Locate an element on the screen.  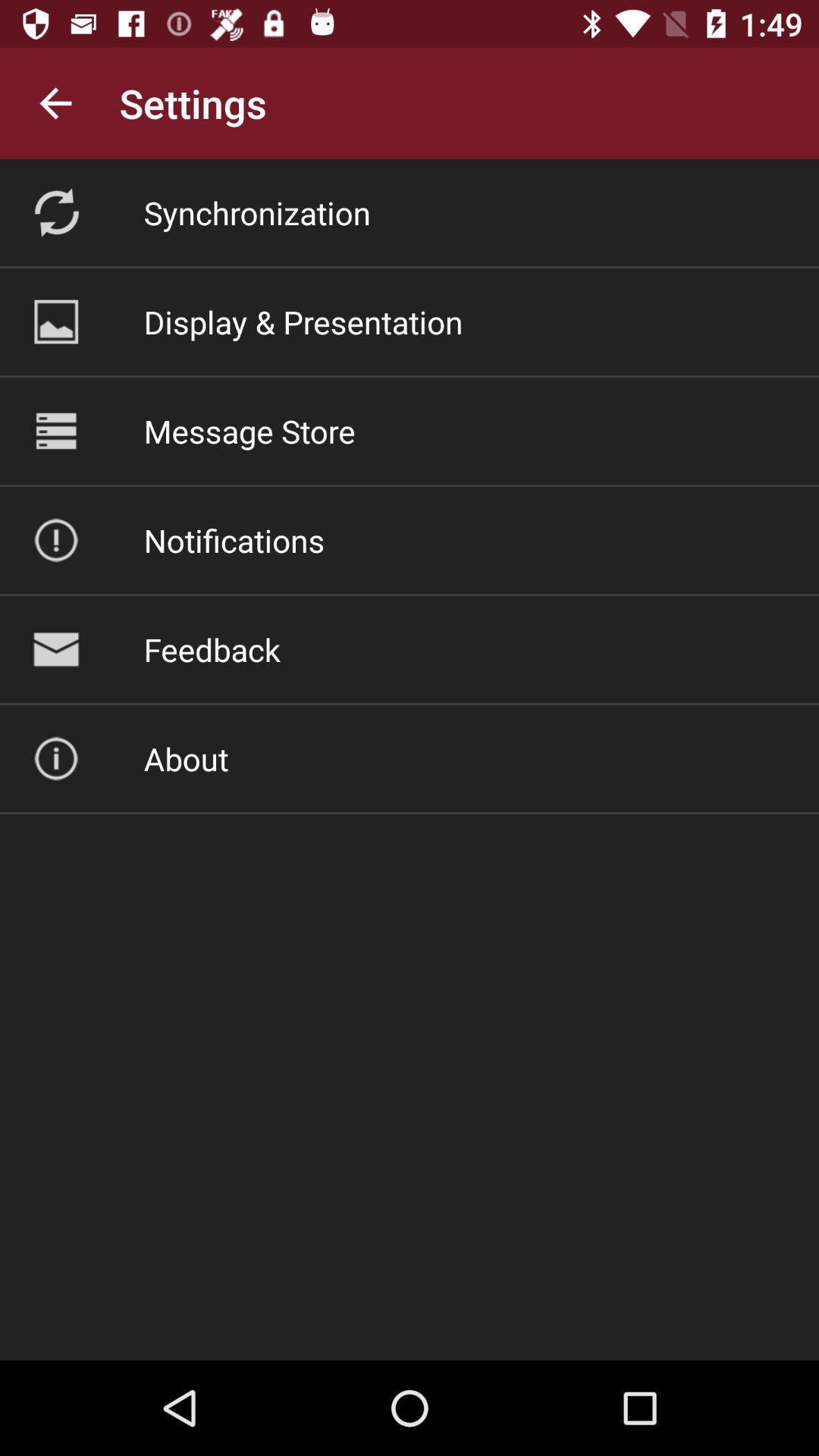
item below synchronization icon is located at coordinates (303, 321).